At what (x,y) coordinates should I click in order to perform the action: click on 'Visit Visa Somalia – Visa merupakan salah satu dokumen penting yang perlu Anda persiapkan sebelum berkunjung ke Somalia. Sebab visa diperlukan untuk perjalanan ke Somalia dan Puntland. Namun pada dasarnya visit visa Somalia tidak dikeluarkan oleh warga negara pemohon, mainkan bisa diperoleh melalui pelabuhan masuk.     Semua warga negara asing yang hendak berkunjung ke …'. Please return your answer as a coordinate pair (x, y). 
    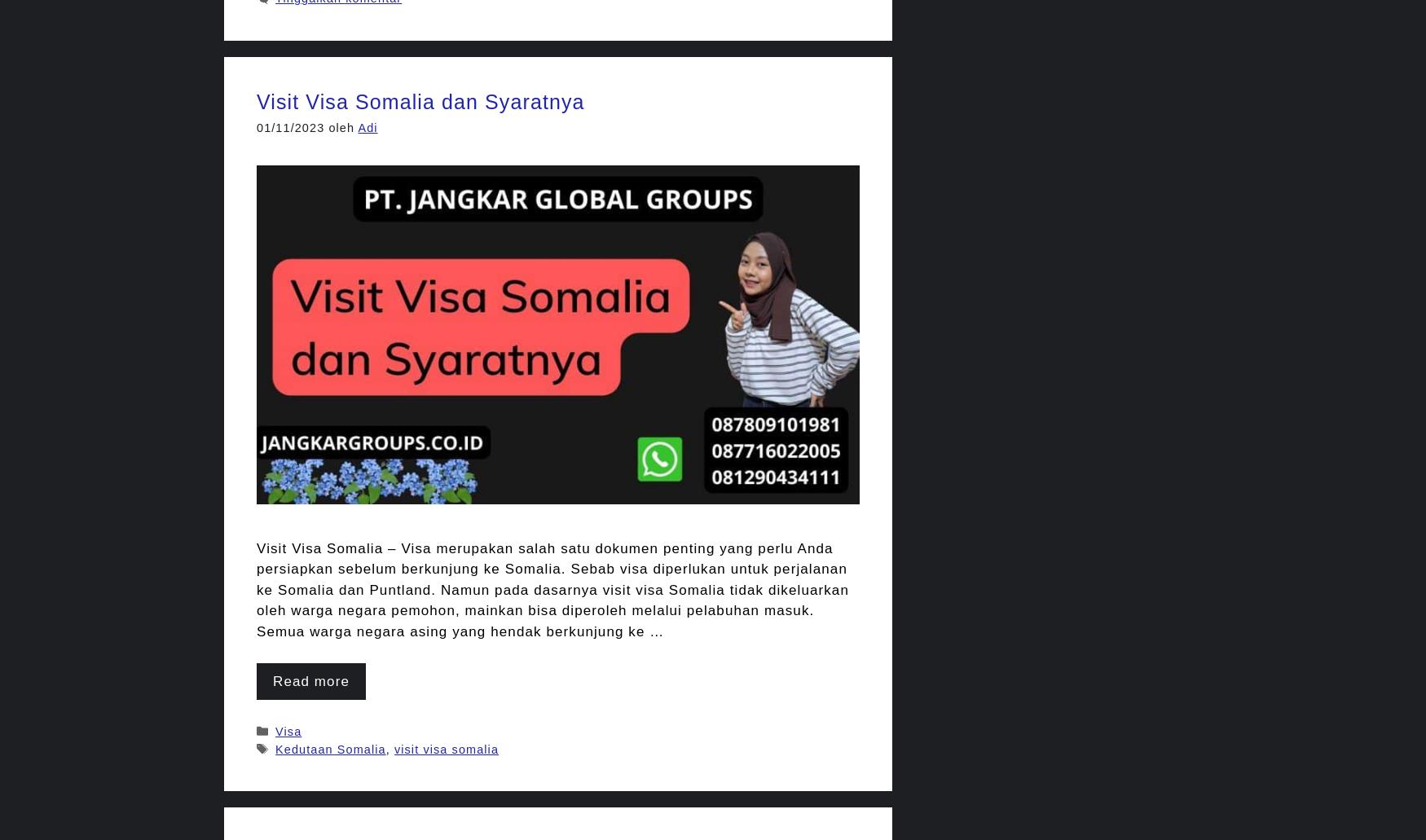
    Looking at the image, I should click on (551, 588).